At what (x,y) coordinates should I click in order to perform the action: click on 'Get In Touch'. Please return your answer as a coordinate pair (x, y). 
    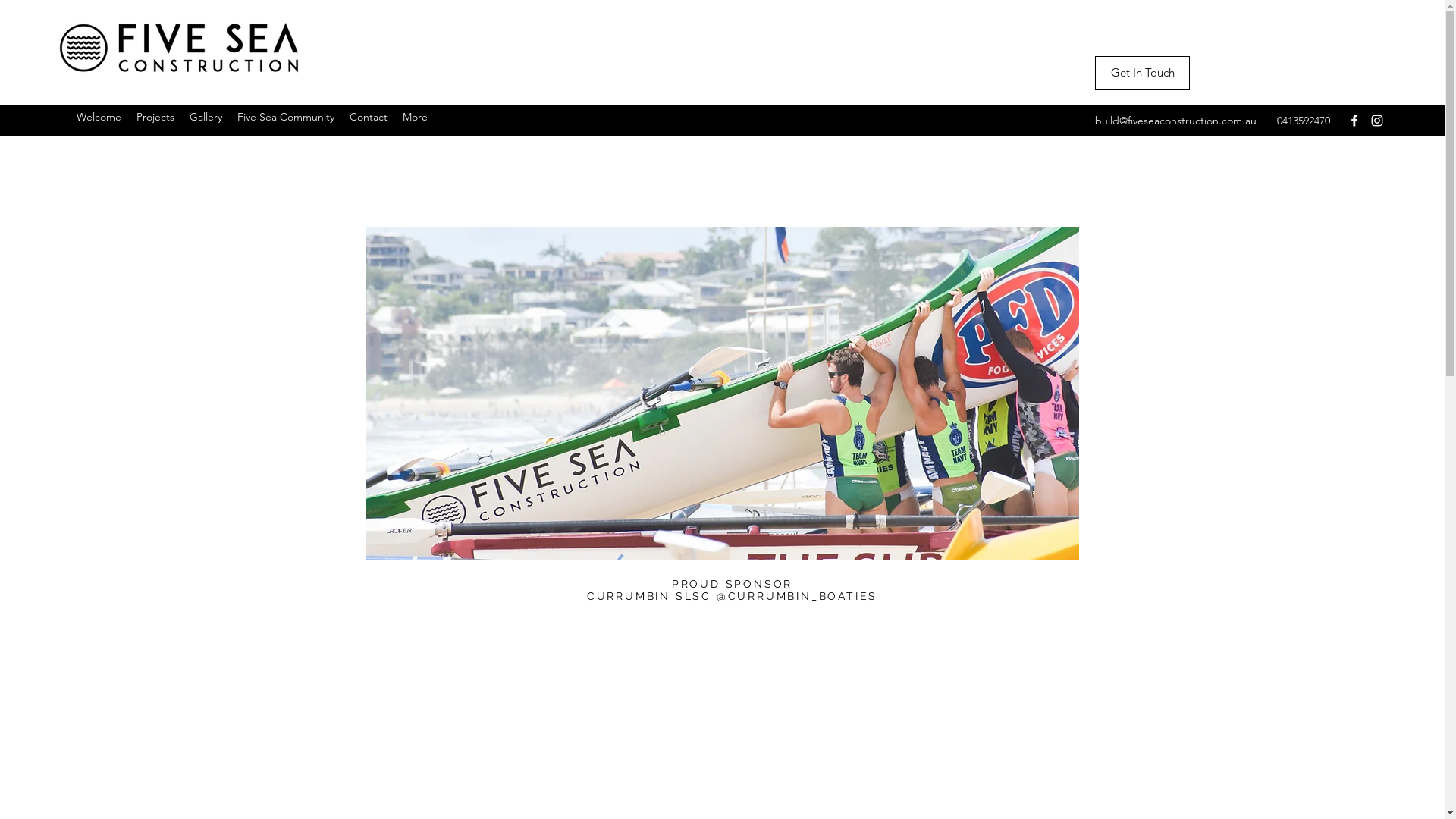
    Looking at the image, I should click on (1142, 73).